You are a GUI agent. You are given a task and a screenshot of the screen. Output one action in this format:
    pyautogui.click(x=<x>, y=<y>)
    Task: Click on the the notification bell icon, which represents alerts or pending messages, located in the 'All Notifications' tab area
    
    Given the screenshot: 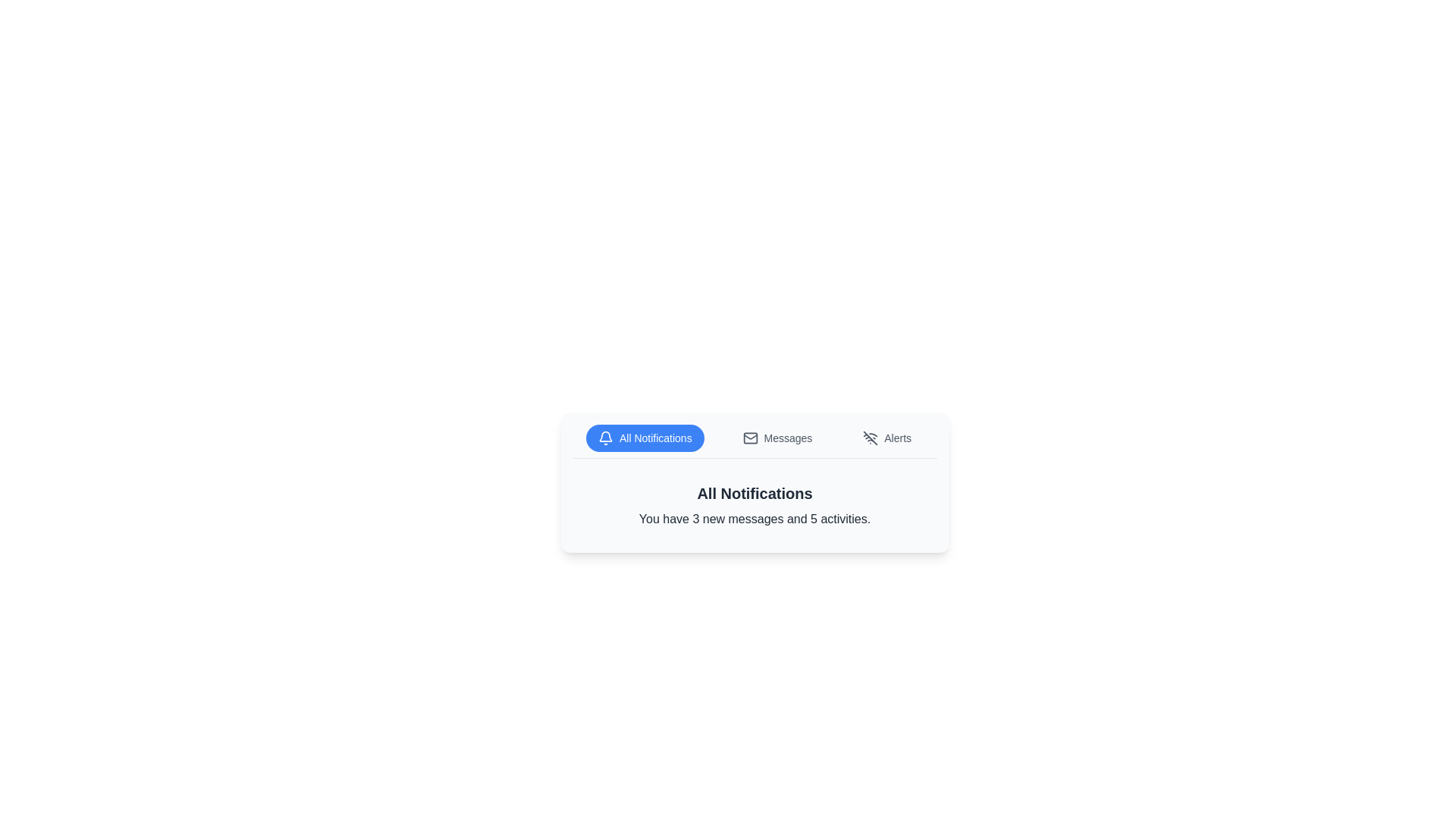 What is the action you would take?
    pyautogui.click(x=604, y=436)
    